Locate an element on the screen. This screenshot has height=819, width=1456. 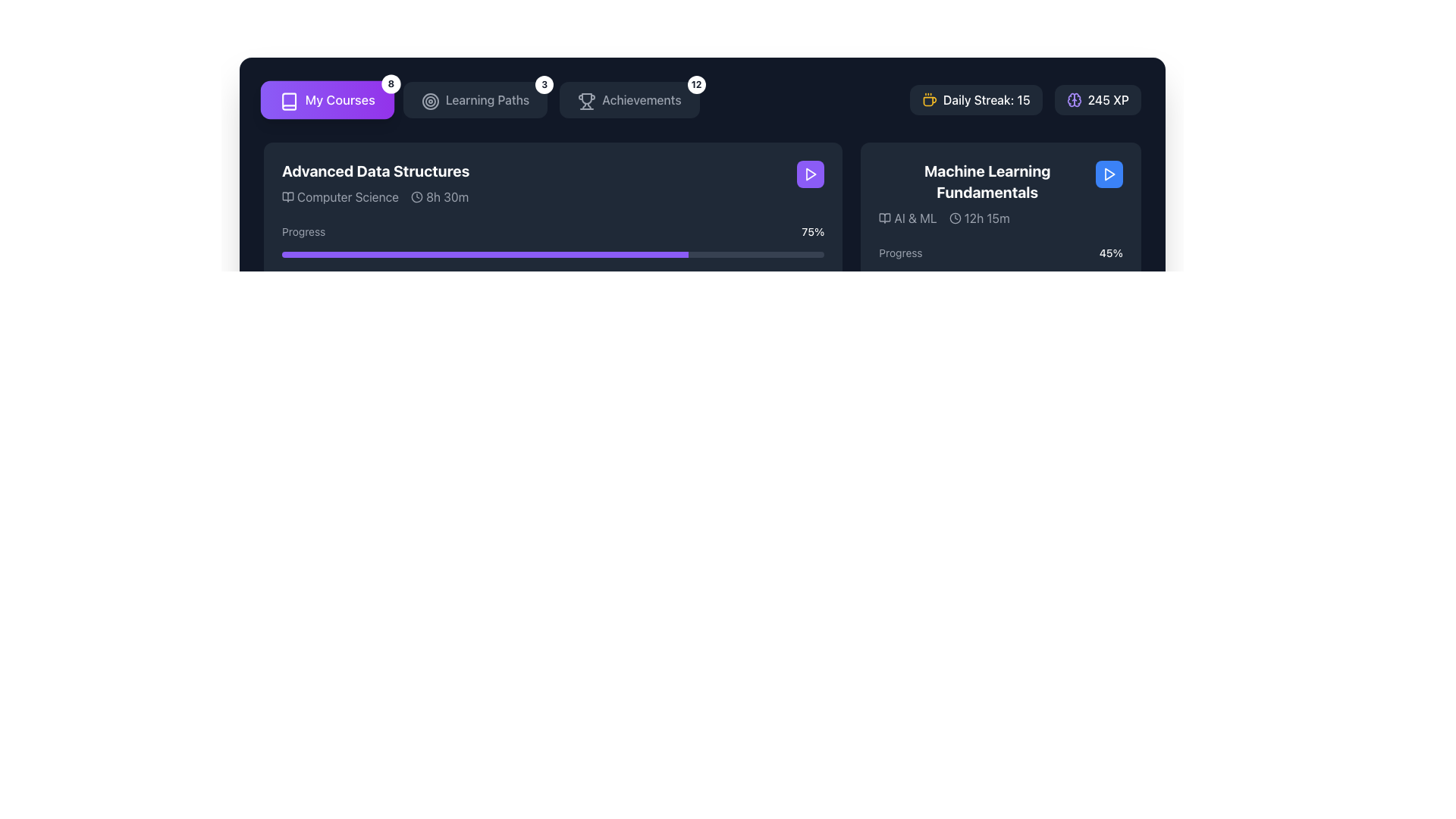
the course title text label located at the top of the course card, which indicates the topic of the course is located at coordinates (375, 171).